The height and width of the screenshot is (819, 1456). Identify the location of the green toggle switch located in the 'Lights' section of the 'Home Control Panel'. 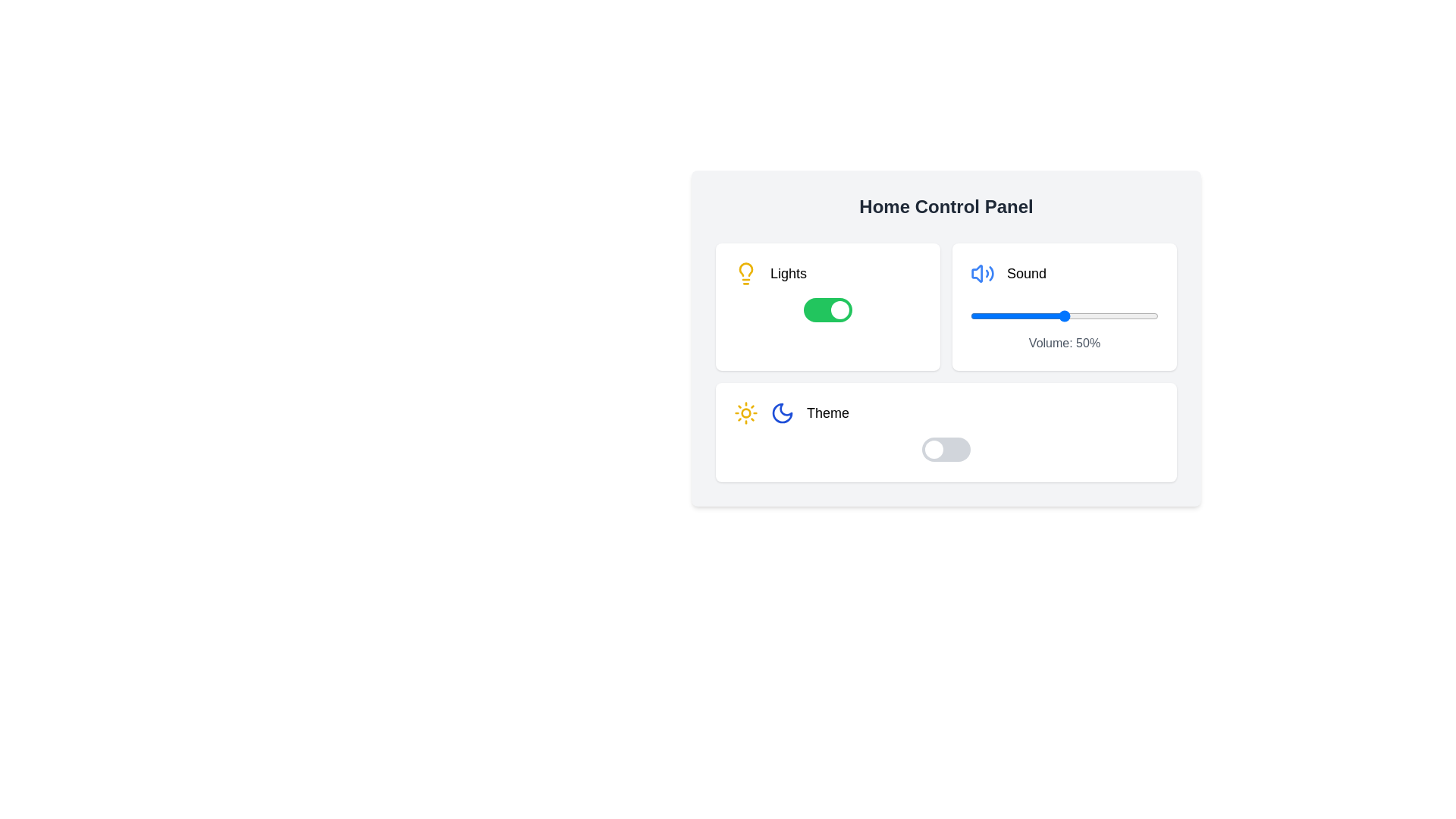
(827, 309).